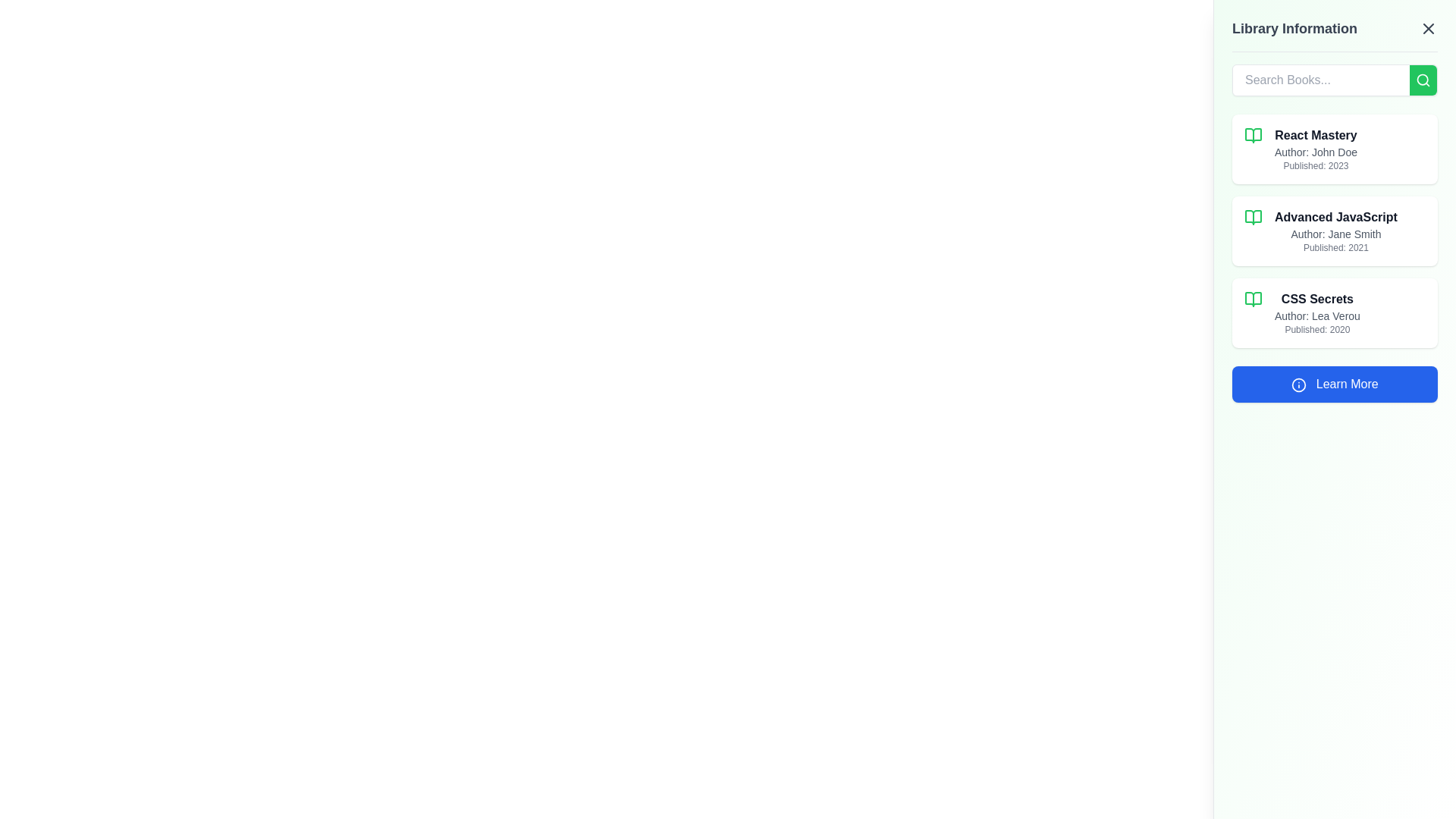  I want to click on the icon located on the left side of the 'Learn More' button, which serves as an indicator for additional details, so click(1298, 384).